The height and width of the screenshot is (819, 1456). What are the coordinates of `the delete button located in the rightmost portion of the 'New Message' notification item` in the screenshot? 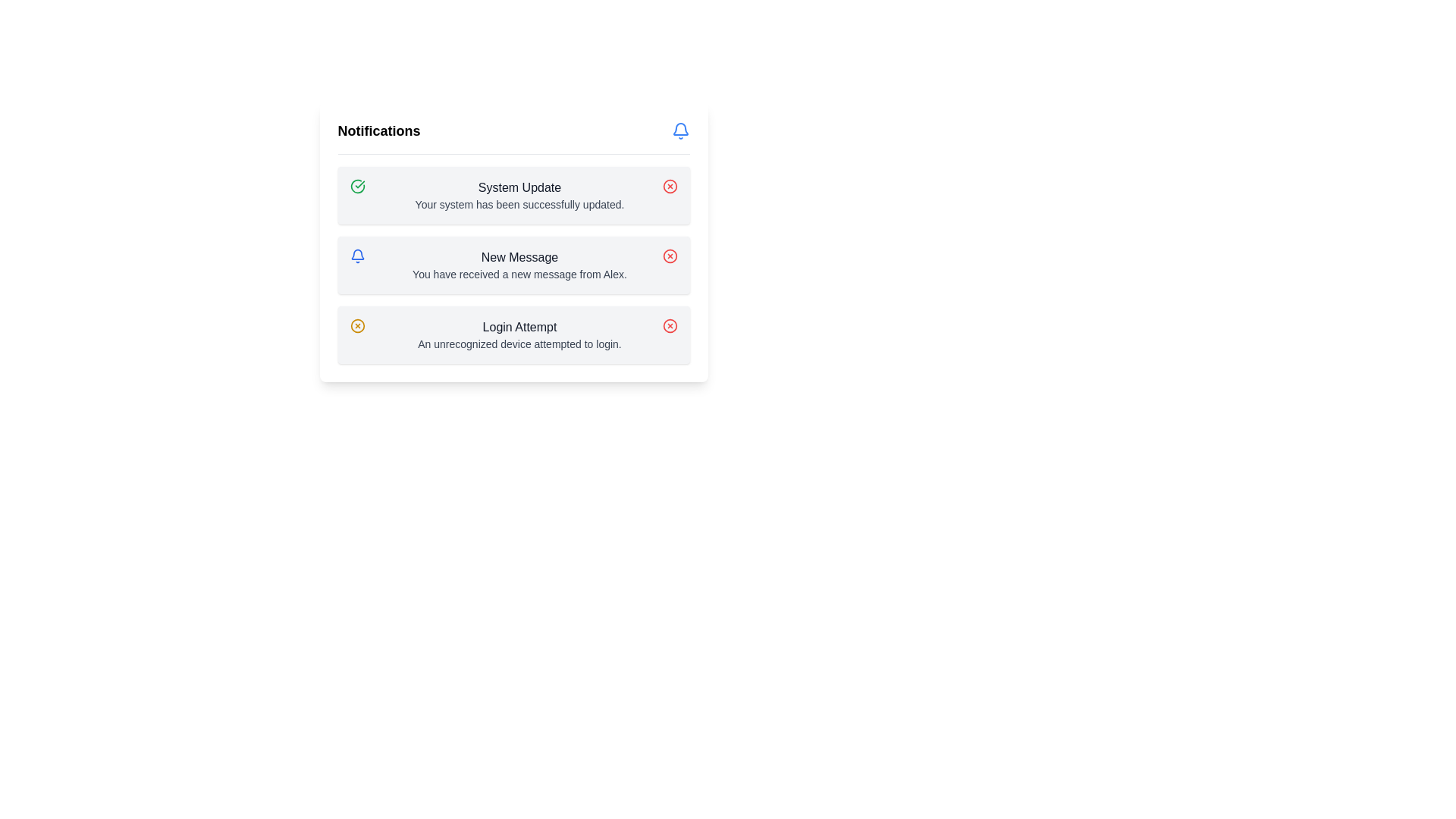 It's located at (669, 256).